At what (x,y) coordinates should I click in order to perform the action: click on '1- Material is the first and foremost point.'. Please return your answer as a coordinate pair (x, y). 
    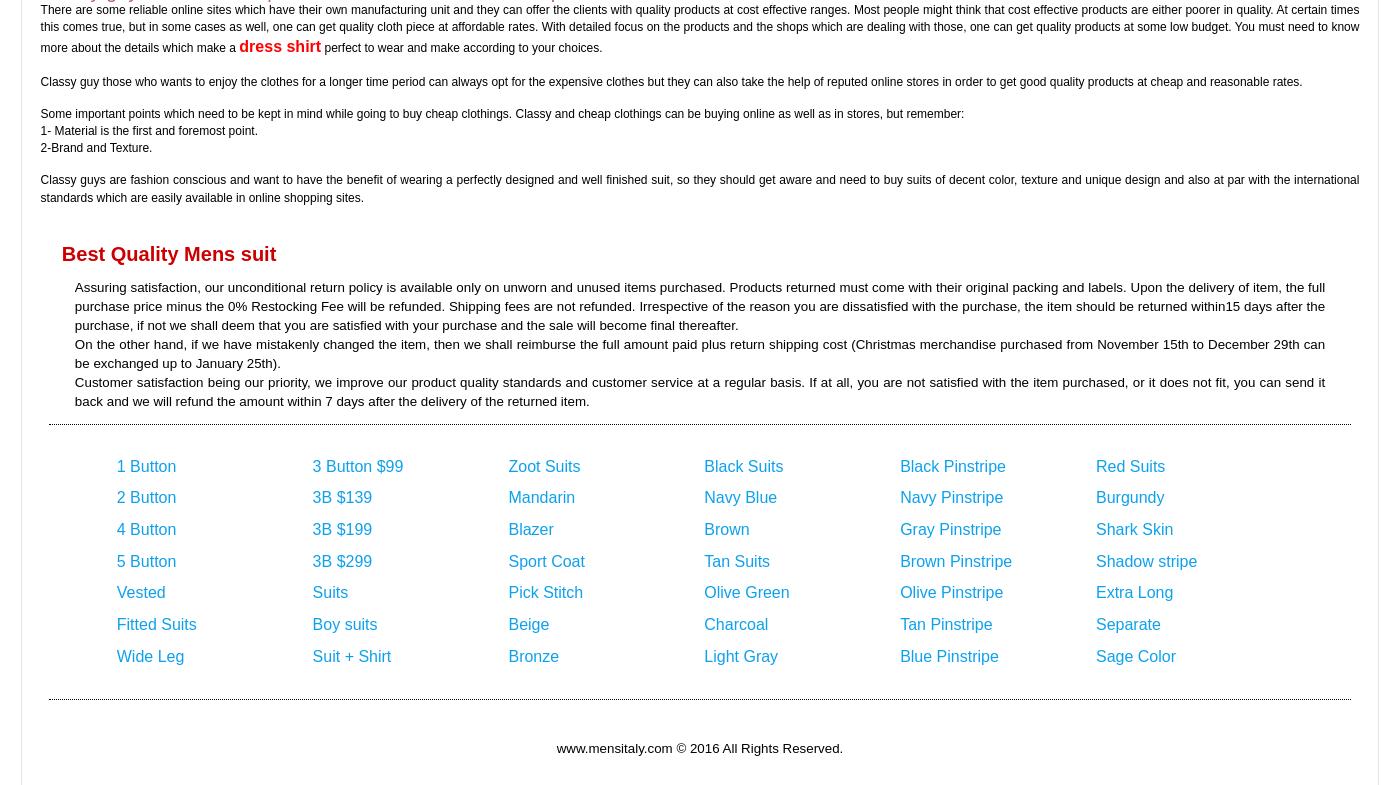
    Looking at the image, I should click on (40, 130).